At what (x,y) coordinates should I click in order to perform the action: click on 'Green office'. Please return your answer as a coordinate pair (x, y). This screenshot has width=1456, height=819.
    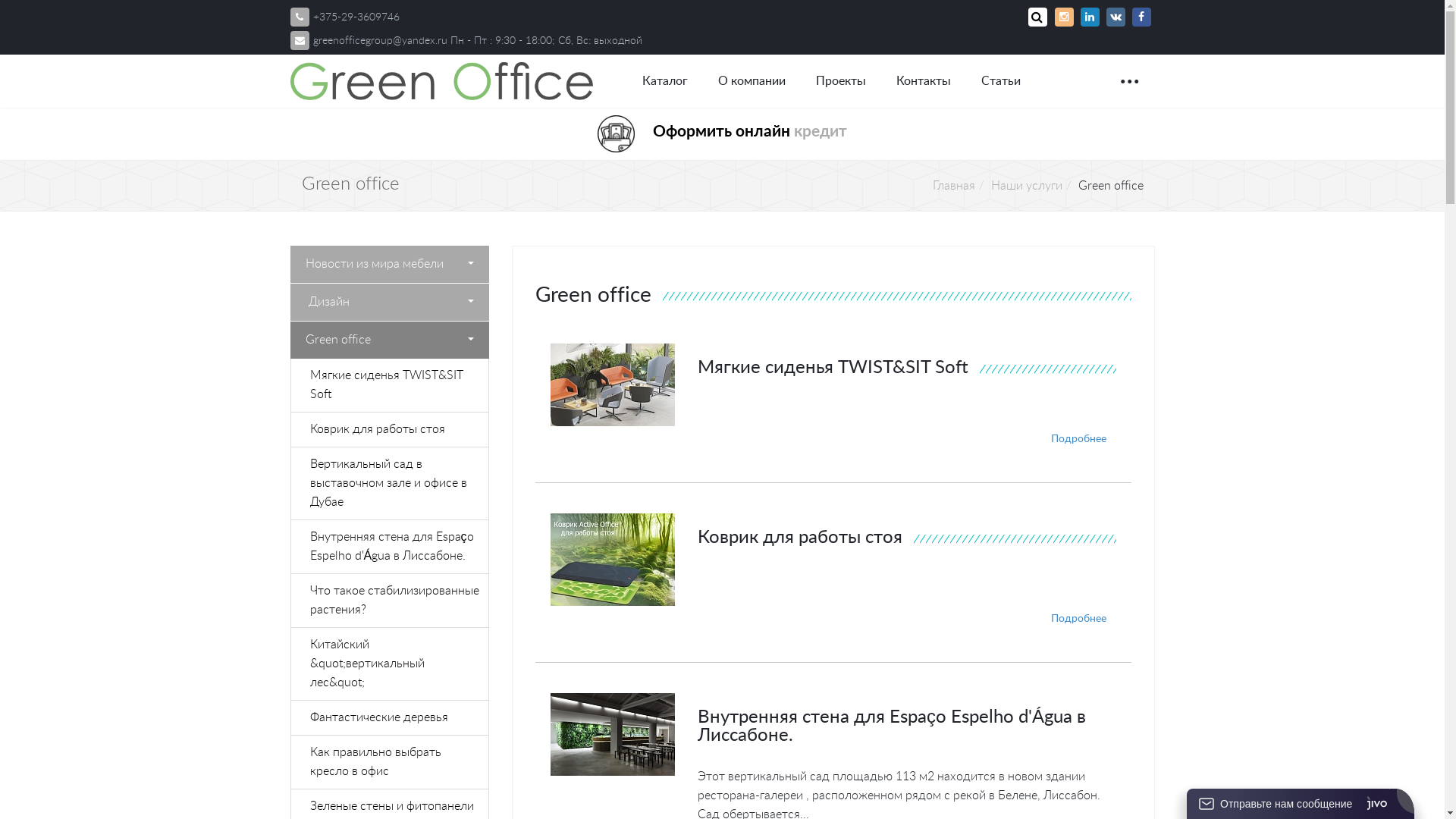
    Looking at the image, I should click on (389, 339).